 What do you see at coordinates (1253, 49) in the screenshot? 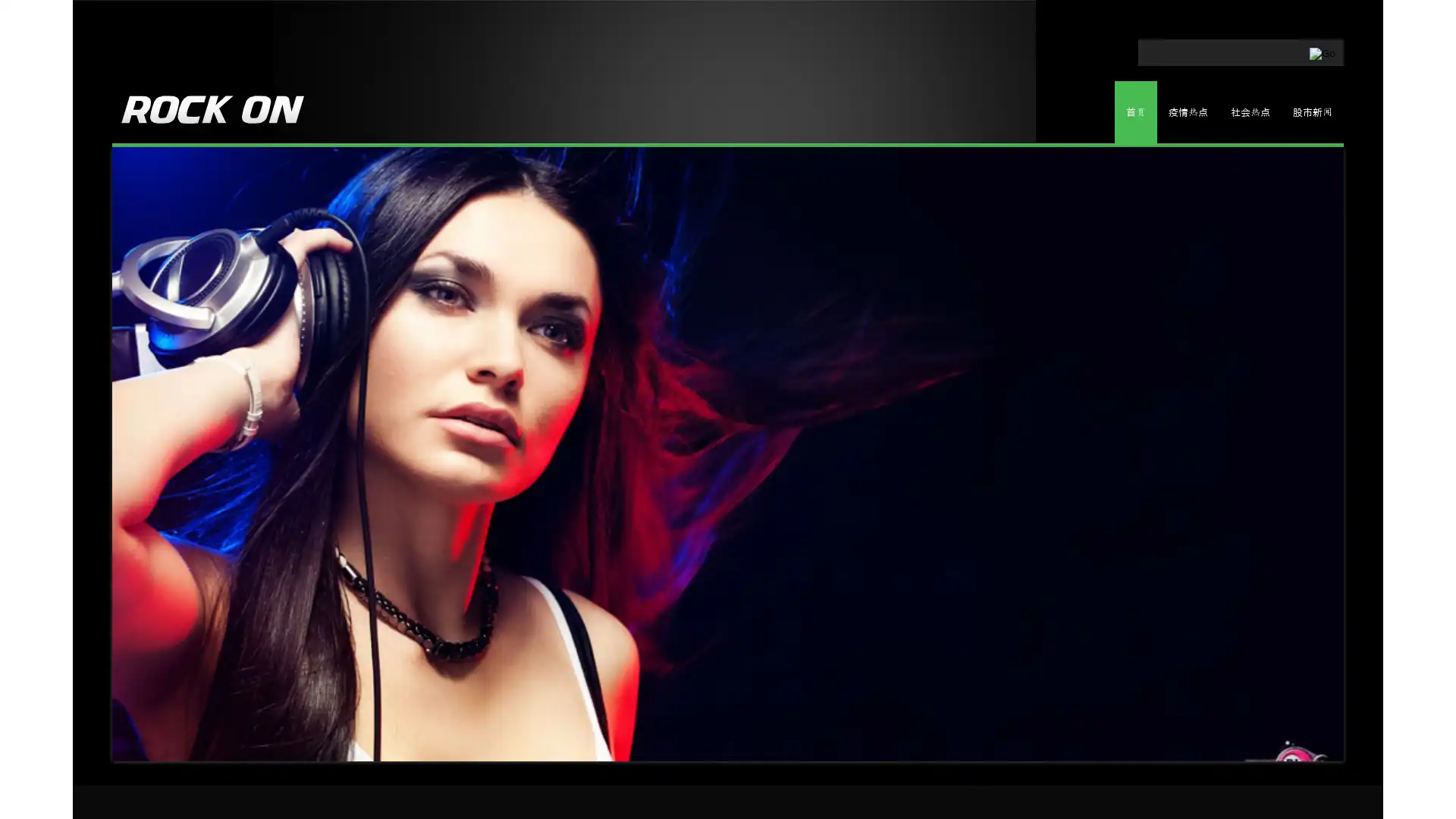
I see `Go` at bounding box center [1253, 49].